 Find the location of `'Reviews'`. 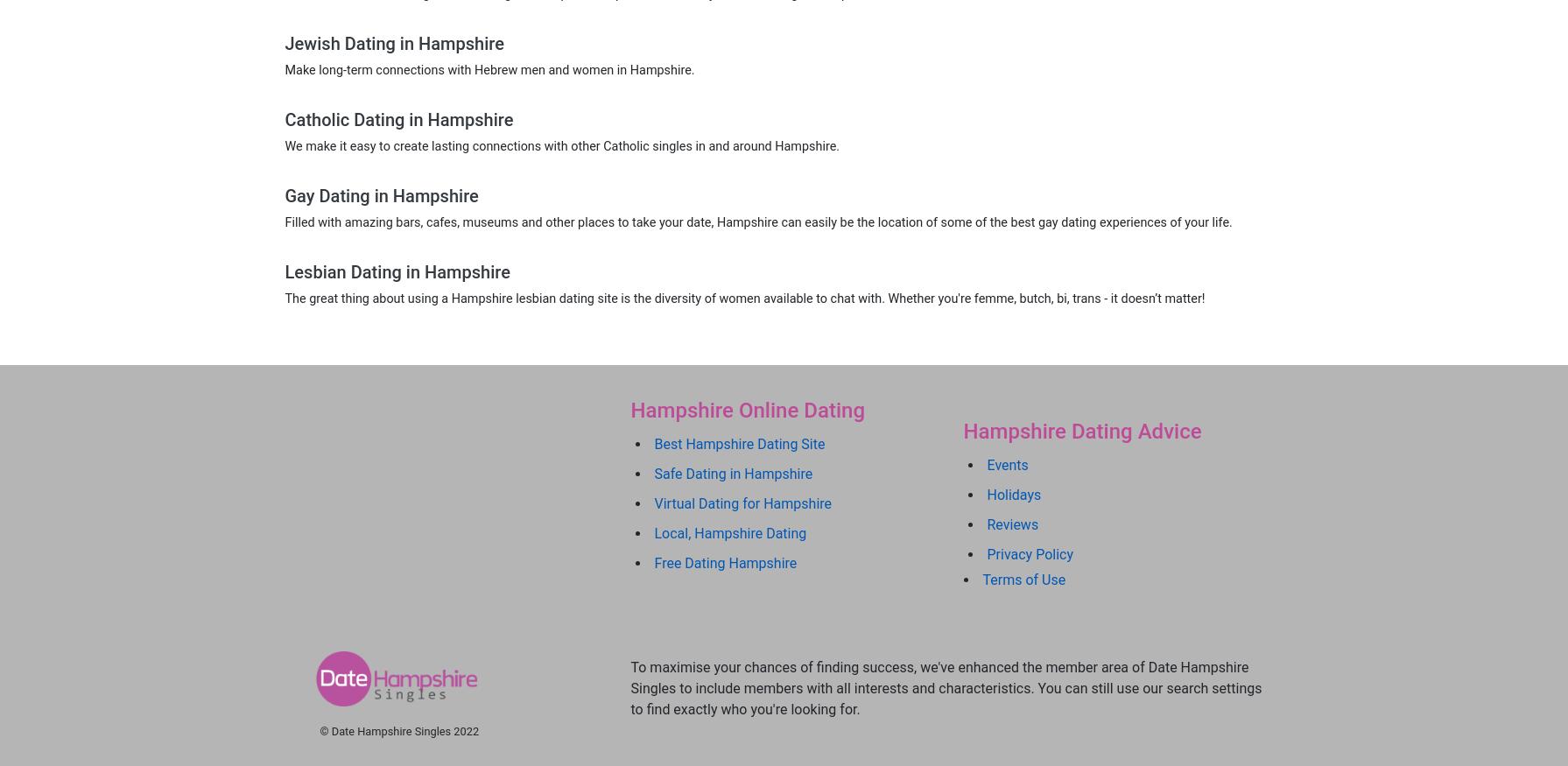

'Reviews' is located at coordinates (1011, 524).